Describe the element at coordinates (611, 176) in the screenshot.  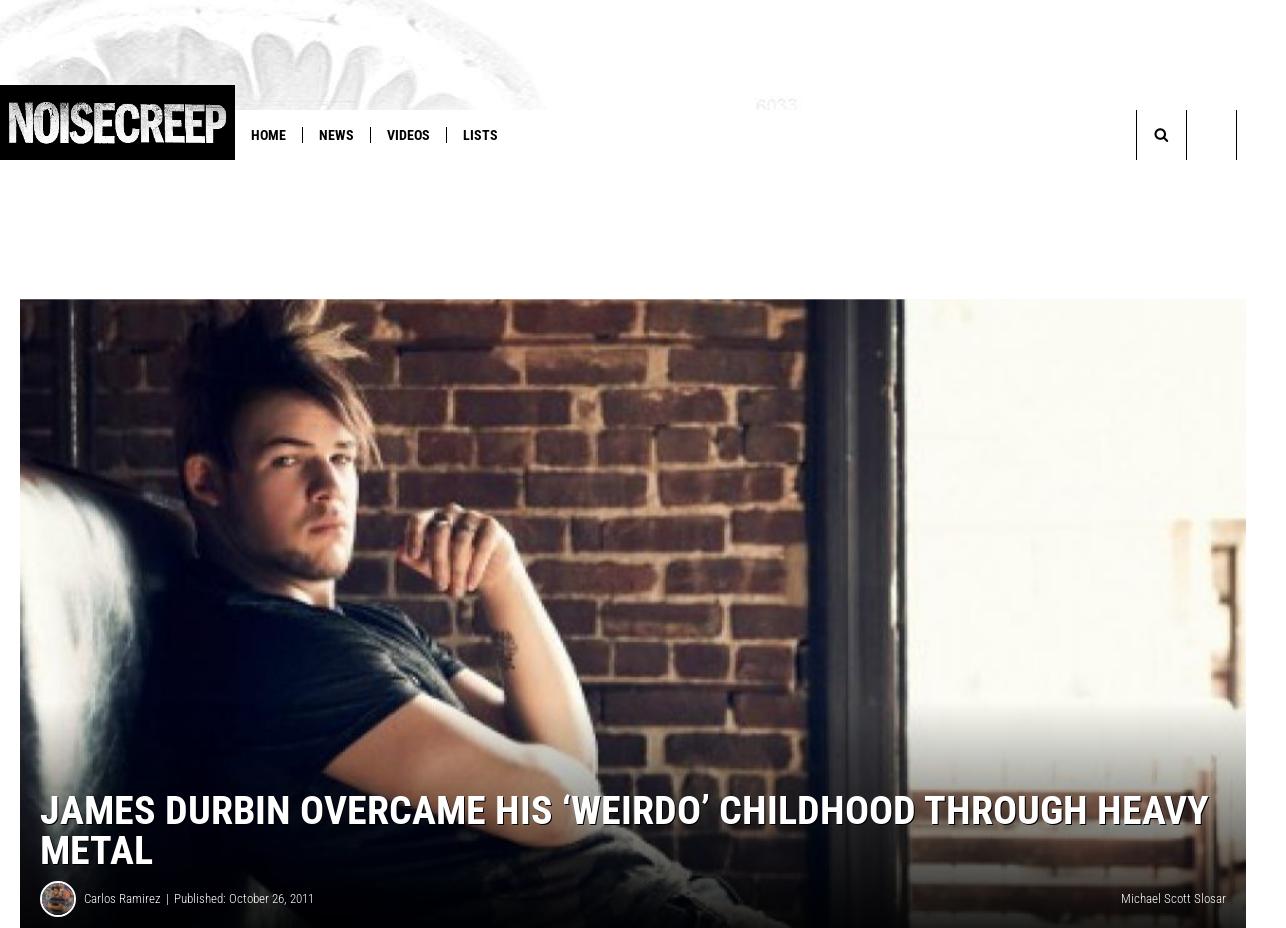
I see `'Slipknot'` at that location.